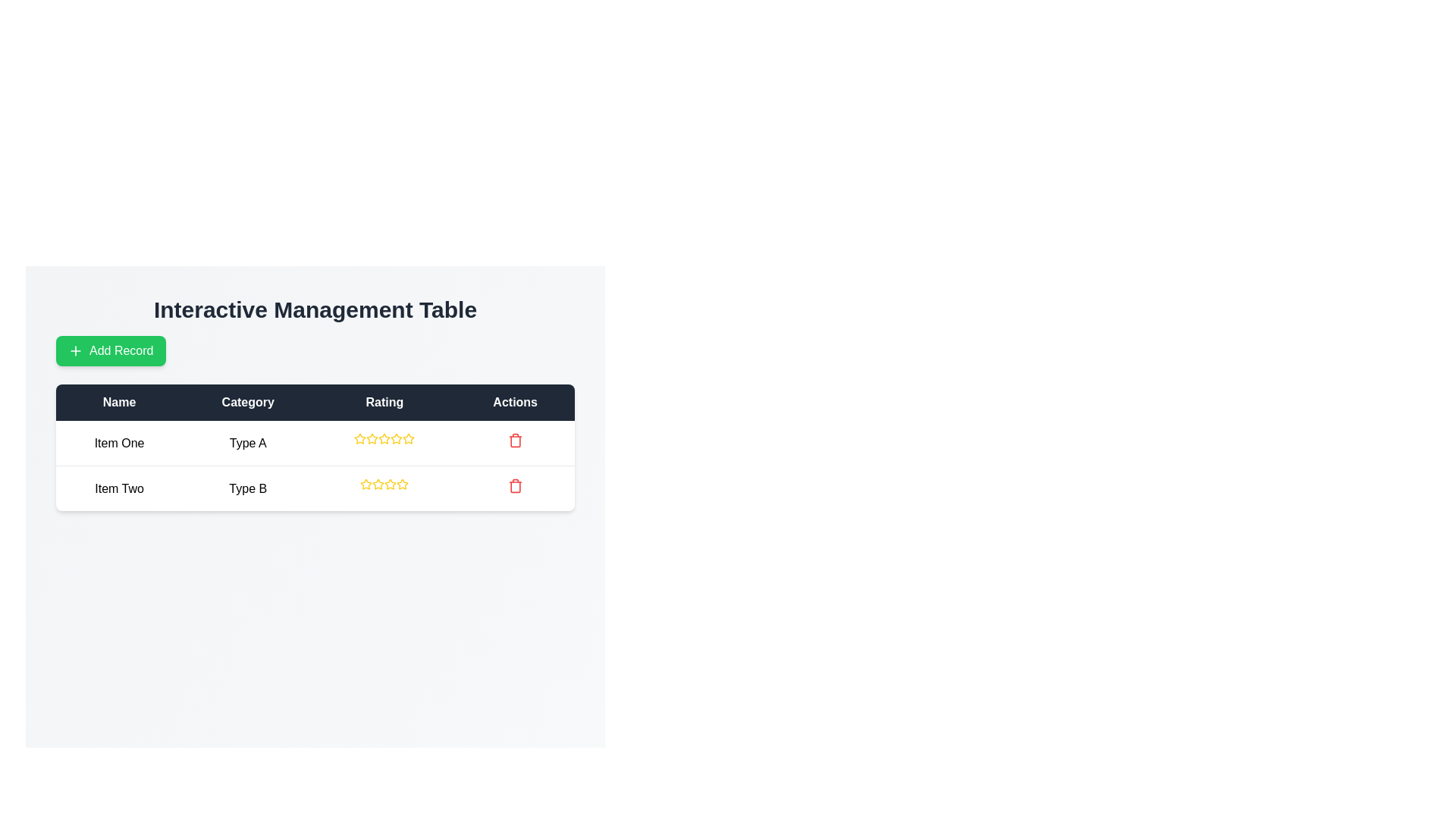  I want to click on the second star in the 5-star rating system under the 'Rating' column for 'Item Two' to rate it, so click(366, 485).